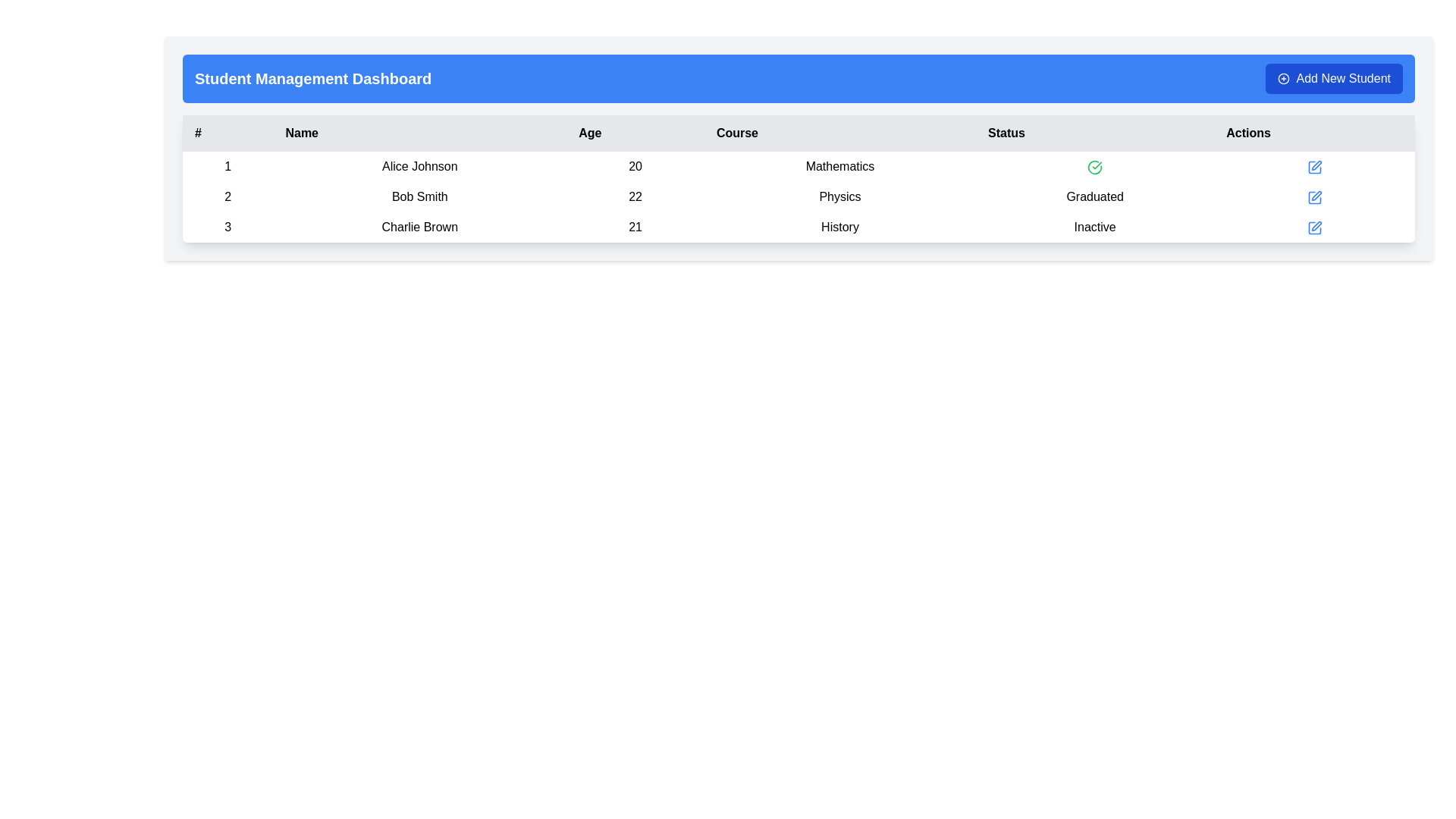 The image size is (1456, 819). I want to click on the blue circle icon with a white plus sign, so click(1283, 79).